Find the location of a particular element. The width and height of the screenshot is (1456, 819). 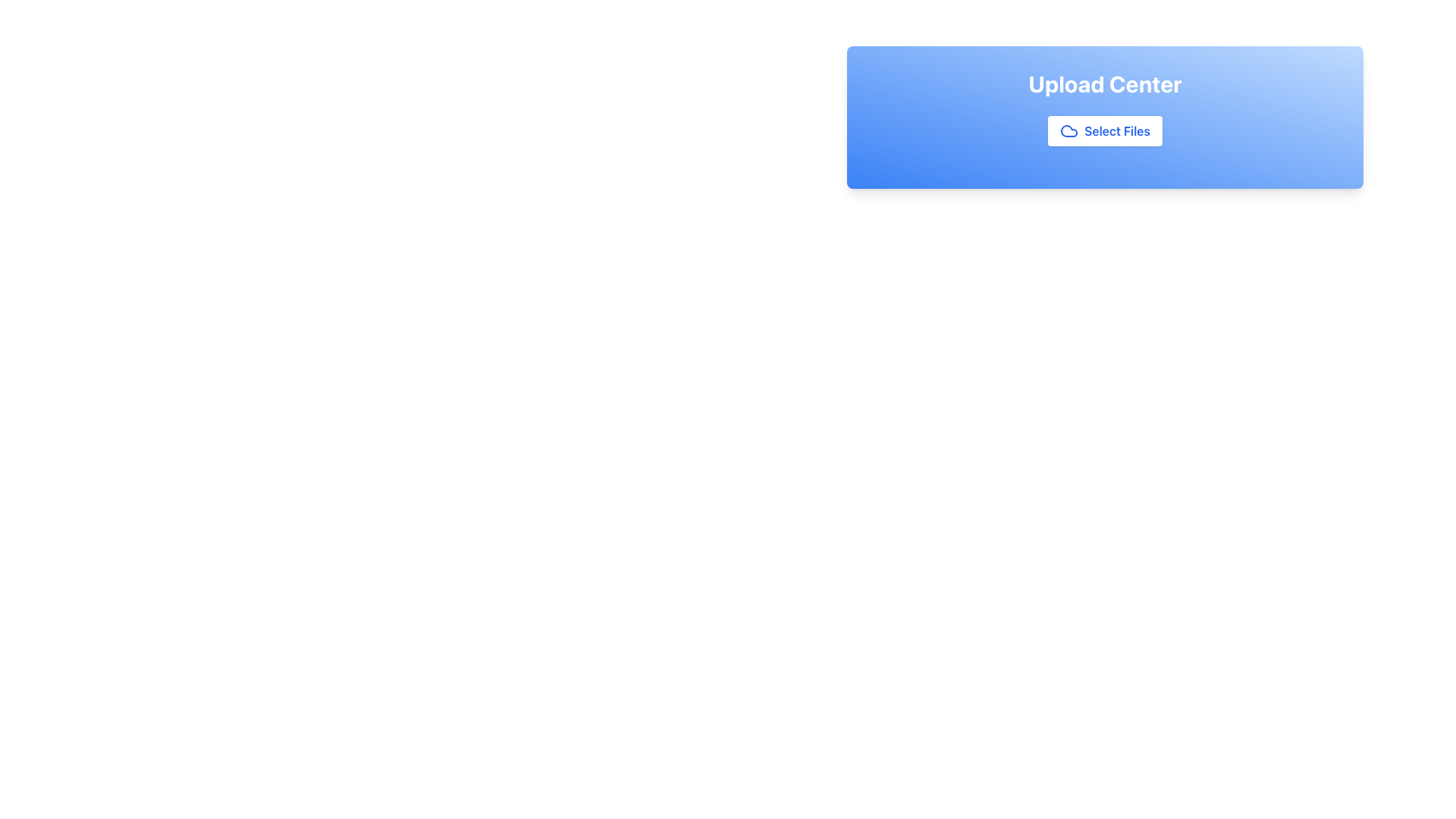

the 'Select Files' button located centrally under the 'Upload Center' text to upload files is located at coordinates (1105, 130).